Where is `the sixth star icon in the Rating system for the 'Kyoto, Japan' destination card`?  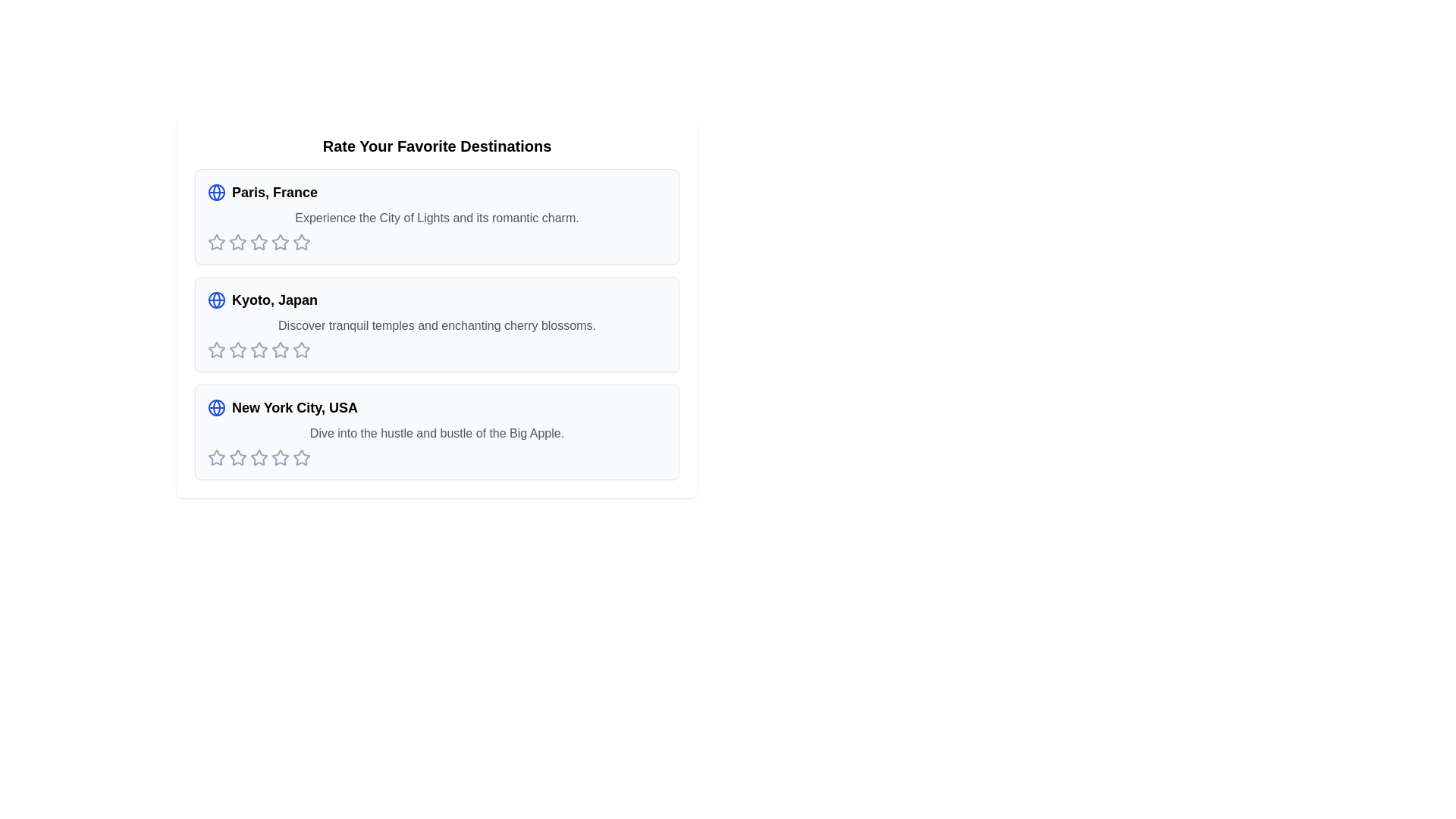
the sixth star icon in the Rating system for the 'Kyoto, Japan' destination card is located at coordinates (302, 350).